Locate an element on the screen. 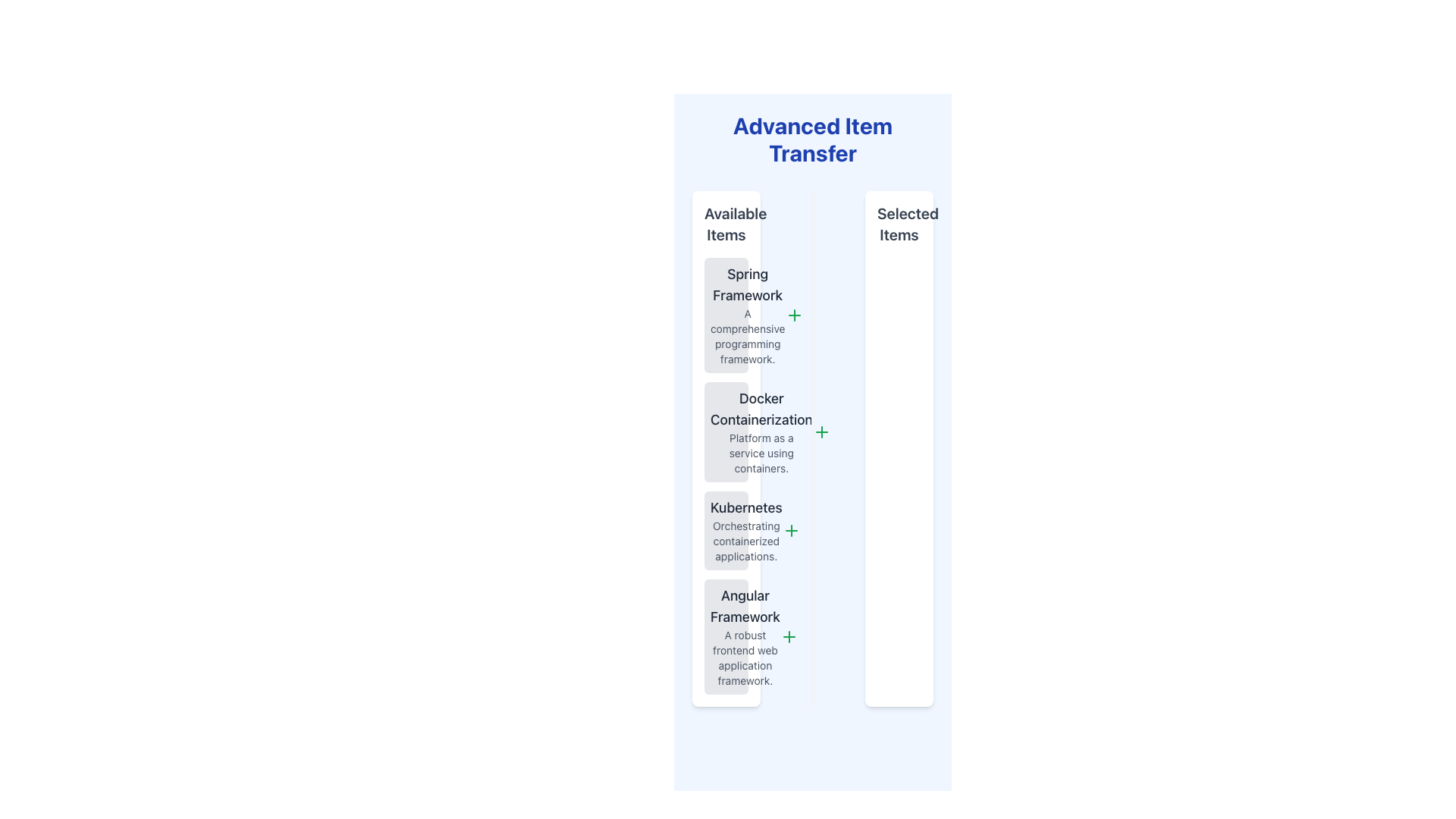 The height and width of the screenshot is (819, 1456). the button located on the far right side of the gray rounded box containing the text 'Docker Containerization' is located at coordinates (821, 432).